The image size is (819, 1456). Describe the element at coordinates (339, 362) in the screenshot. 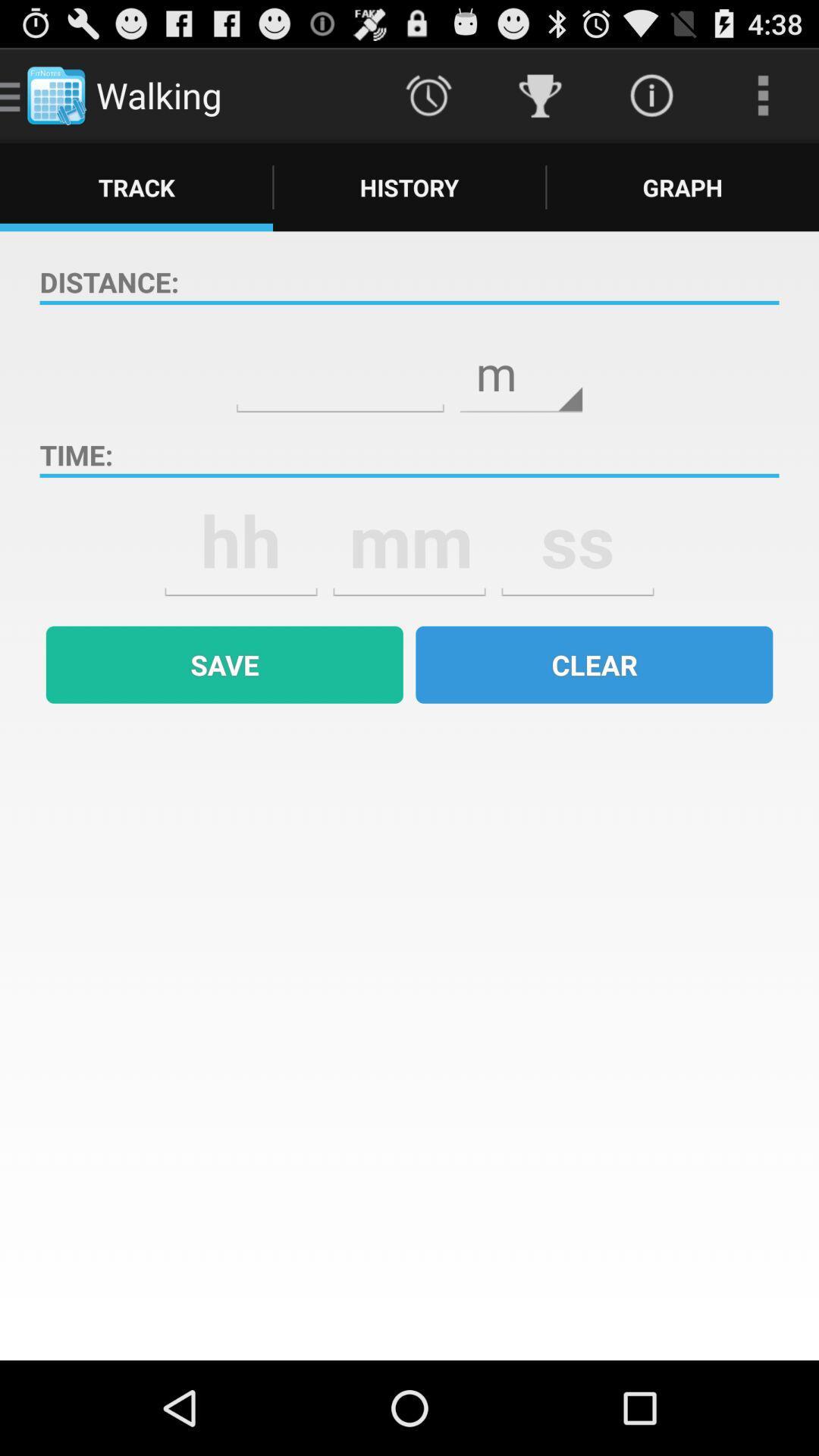

I see `type in number` at that location.